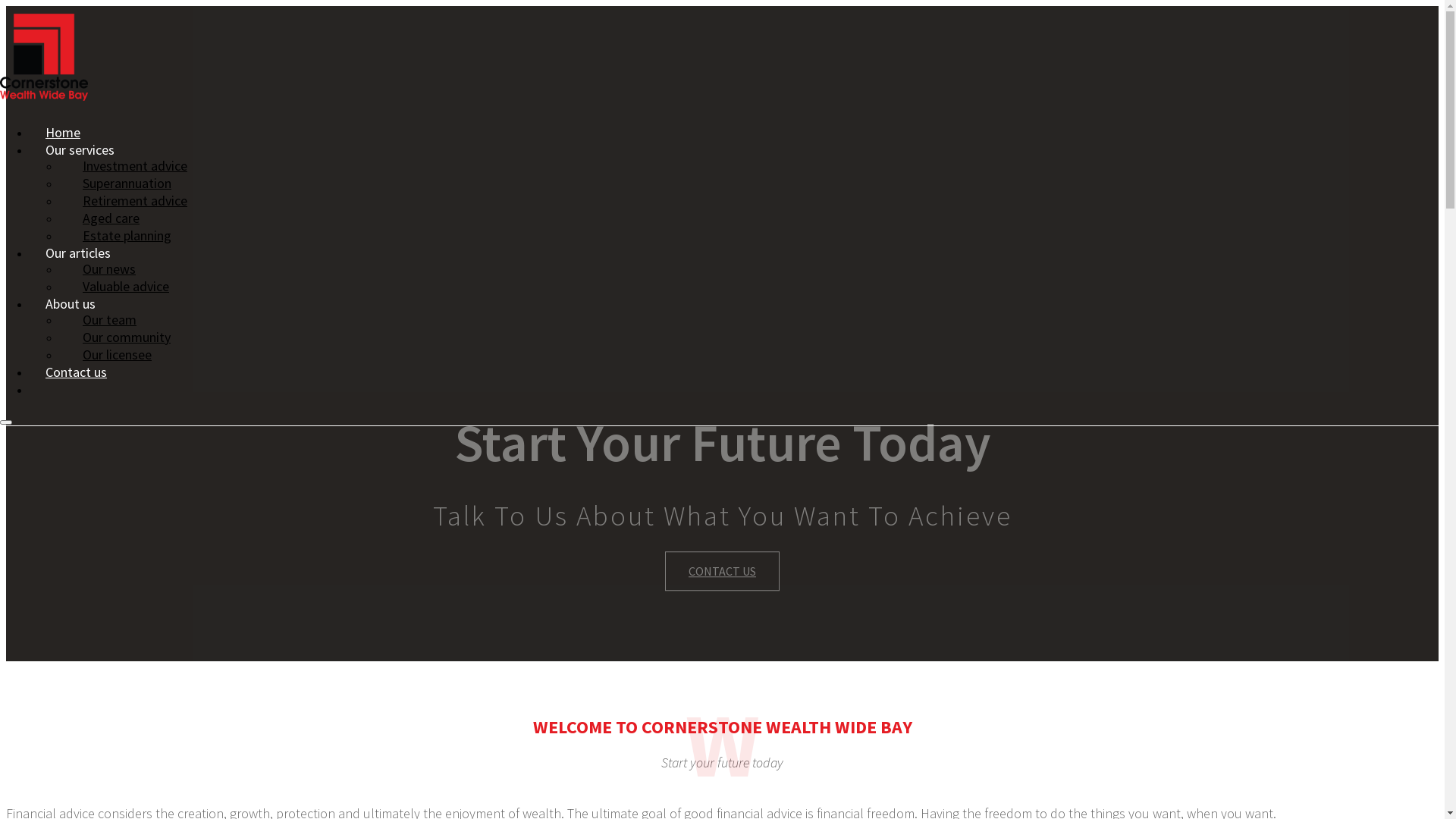 The width and height of the screenshot is (1456, 819). Describe the element at coordinates (79, 149) in the screenshot. I see `'Our services'` at that location.